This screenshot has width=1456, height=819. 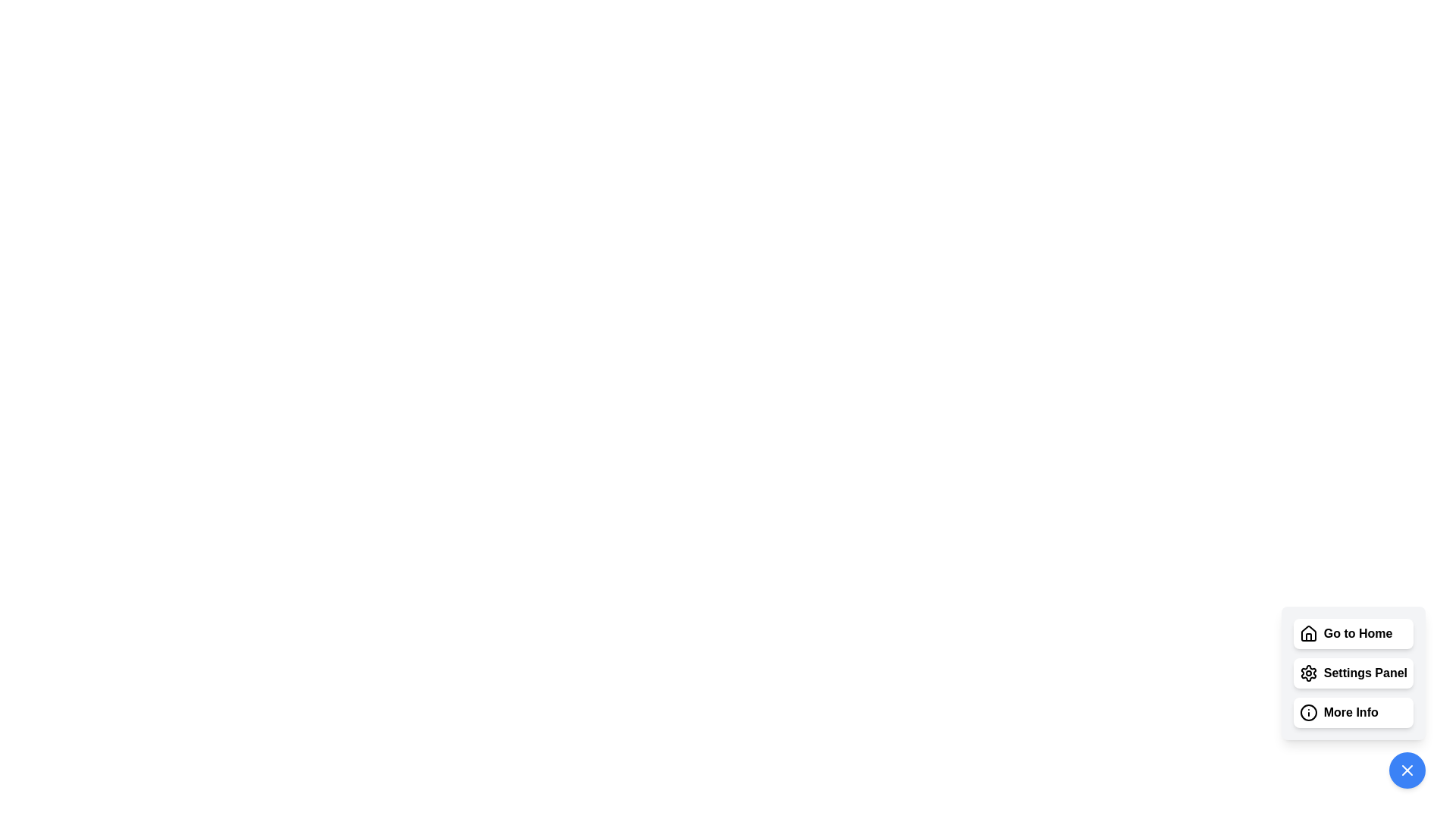 What do you see at coordinates (1365, 672) in the screenshot?
I see `text label 'Settings Panel' which is styled in bold and is part of a clickable menu option located in the lower-right corner of the interface` at bounding box center [1365, 672].